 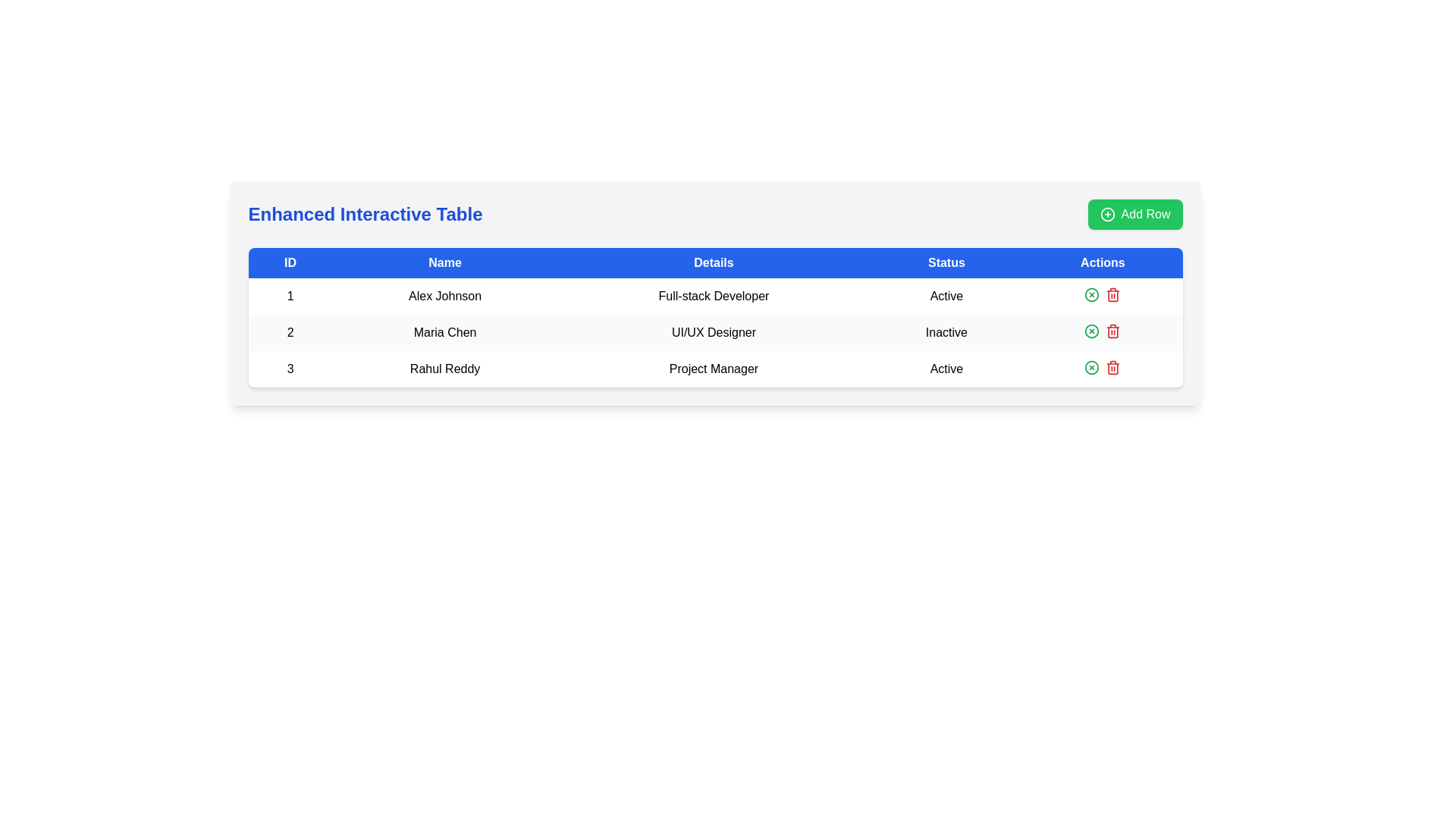 I want to click on the table cell containing the text 'Rahul Reddy' located in the third row under the 'Name' column, which is positioned between the 'ID' column and the 'Details' column, so click(x=444, y=369).